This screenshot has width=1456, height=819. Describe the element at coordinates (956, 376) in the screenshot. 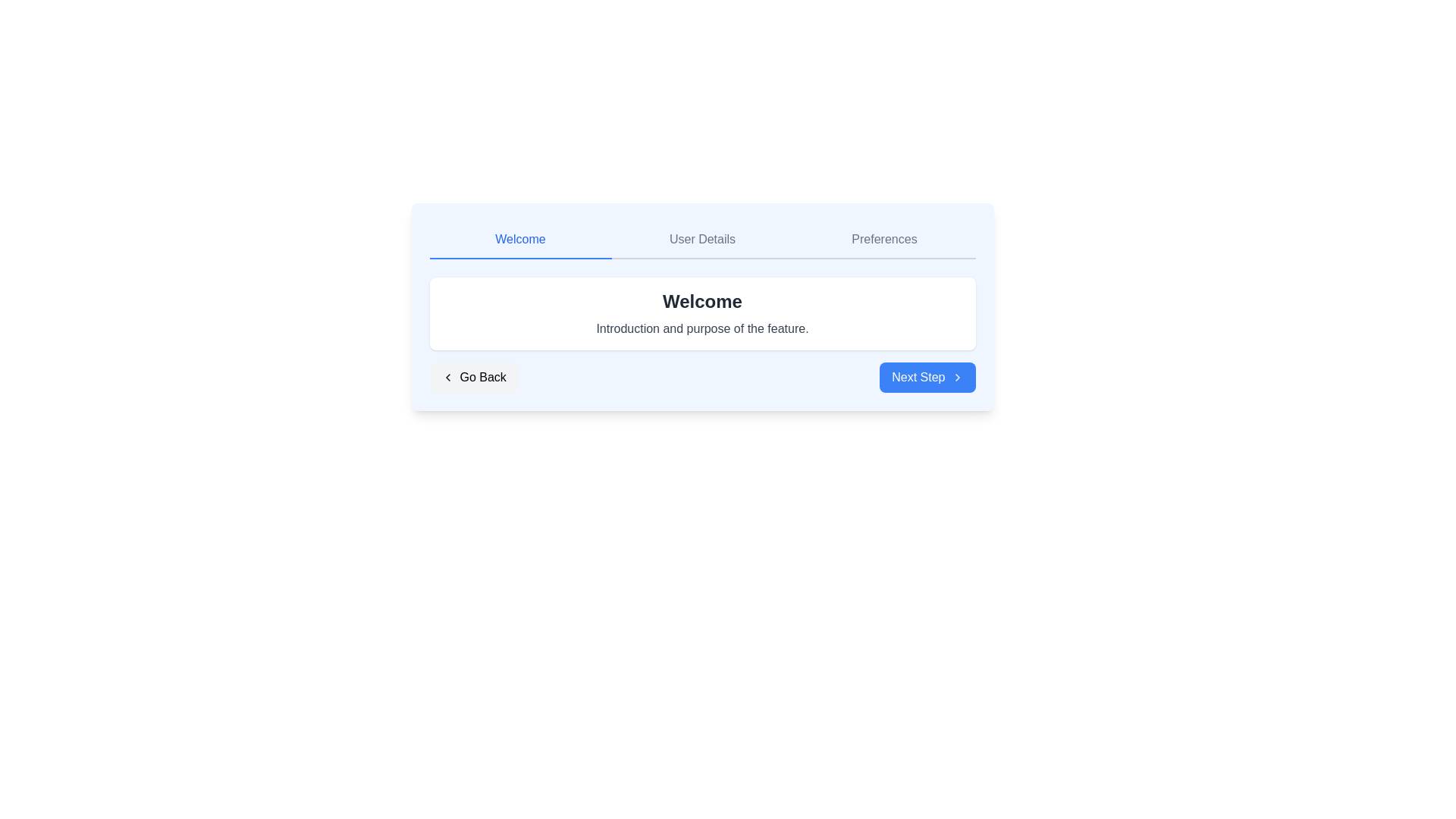

I see `the design of the distinct rightward-facing chevron icon within the blue rectangular button labeled 'Next Step', located at the bottom-right corner of the content panel` at that location.